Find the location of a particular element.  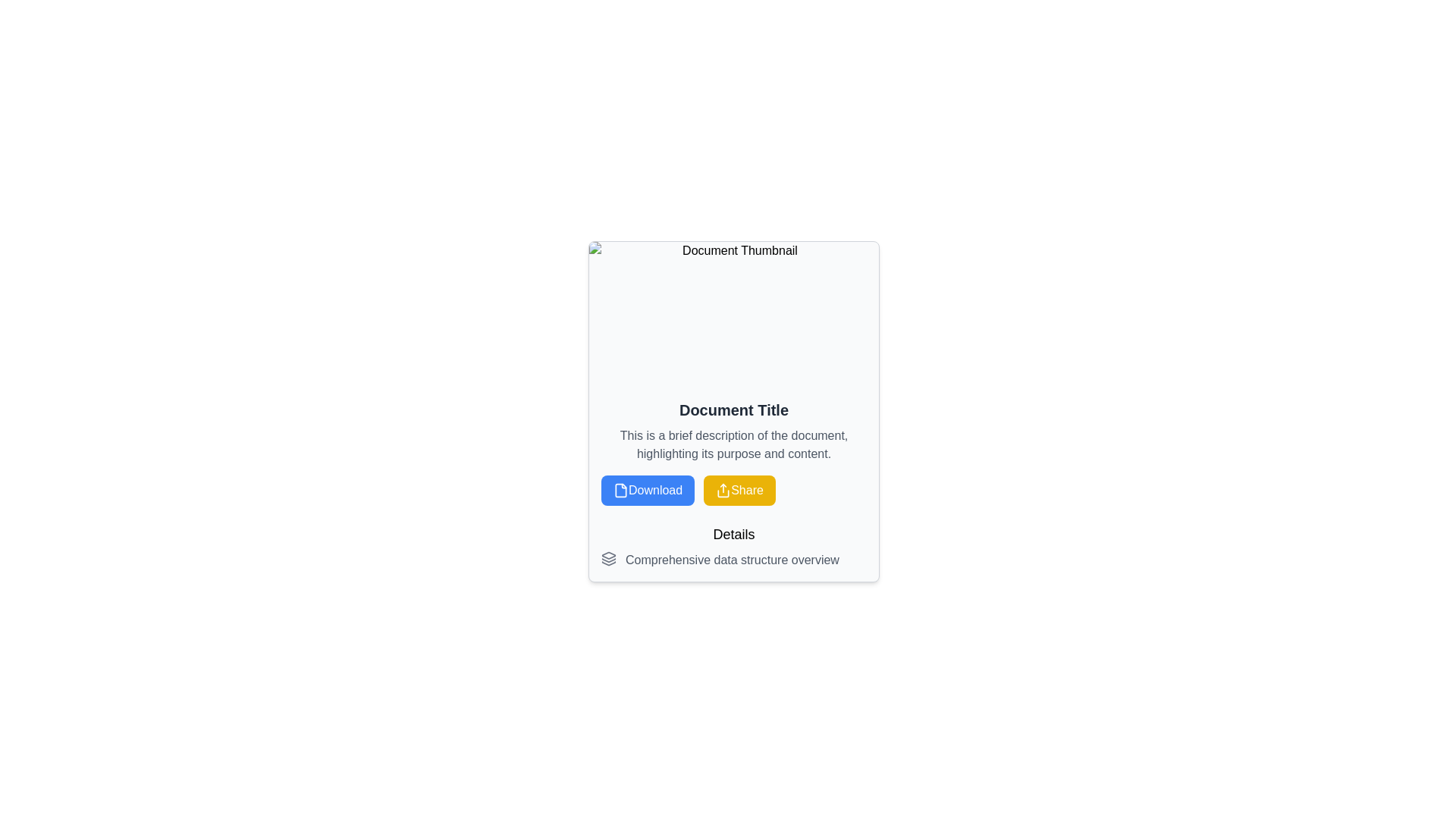

the share icon, which is a yellow button labeled 'Share' featuring a share symbol with an upward arrow is located at coordinates (723, 491).